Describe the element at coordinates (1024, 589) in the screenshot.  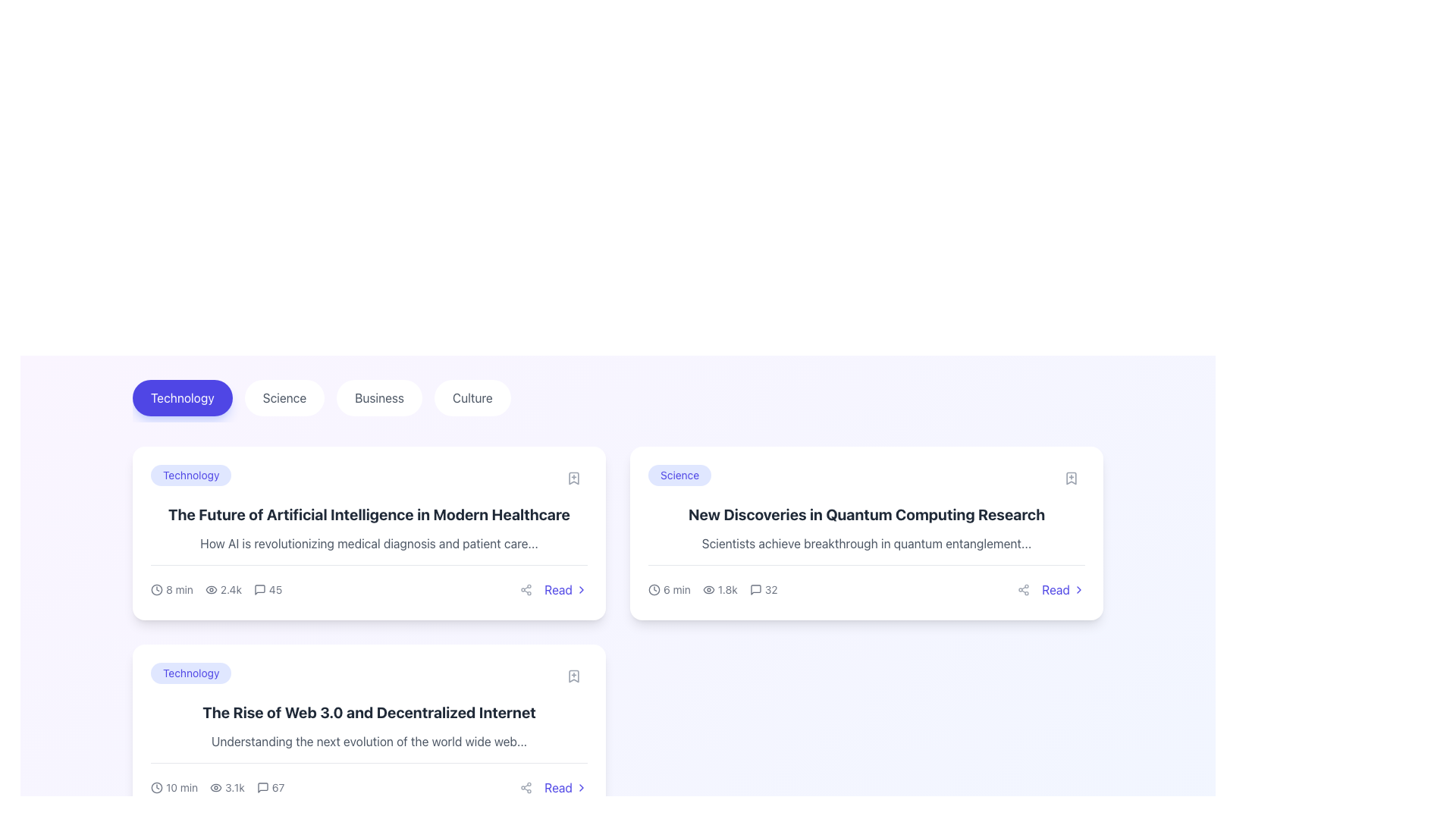
I see `the 'share' icon located at the bottom right of the 'New Discoveries in Quantum Computing Research' card` at that location.